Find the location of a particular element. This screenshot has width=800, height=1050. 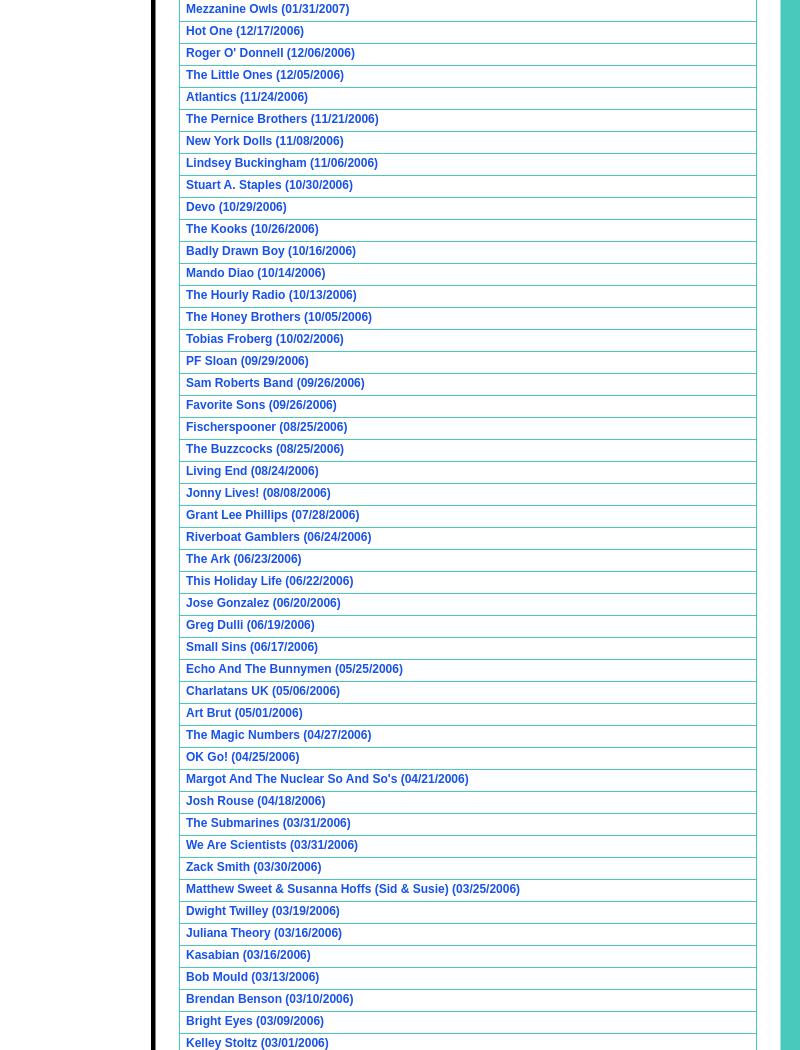

'Living End (08/24/2006)' is located at coordinates (251, 471).